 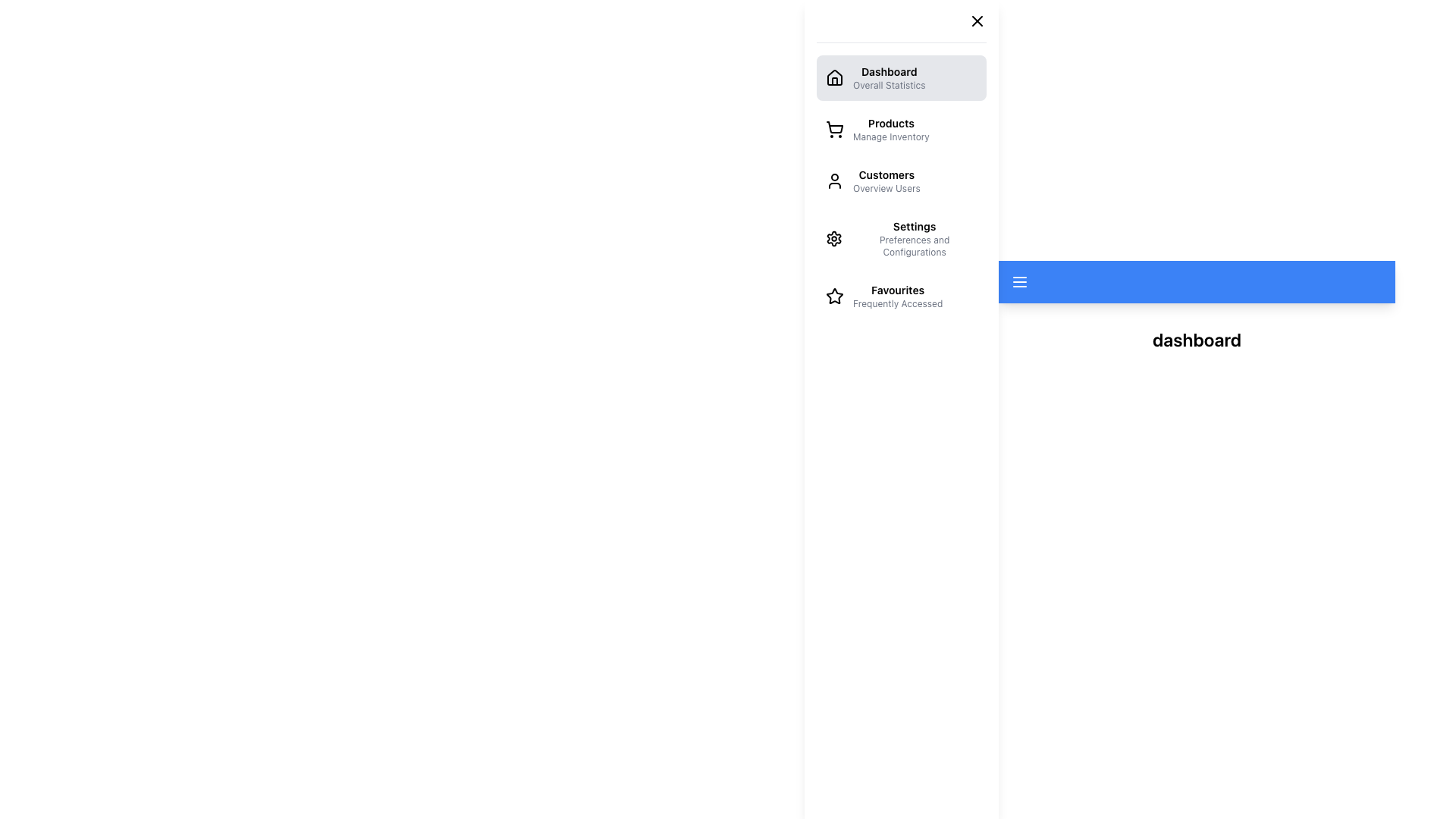 What do you see at coordinates (898, 304) in the screenshot?
I see `the static text label element displaying 'Frequently Accessed', which is located directly below the 'Favourites' label in the navigation menu` at bounding box center [898, 304].